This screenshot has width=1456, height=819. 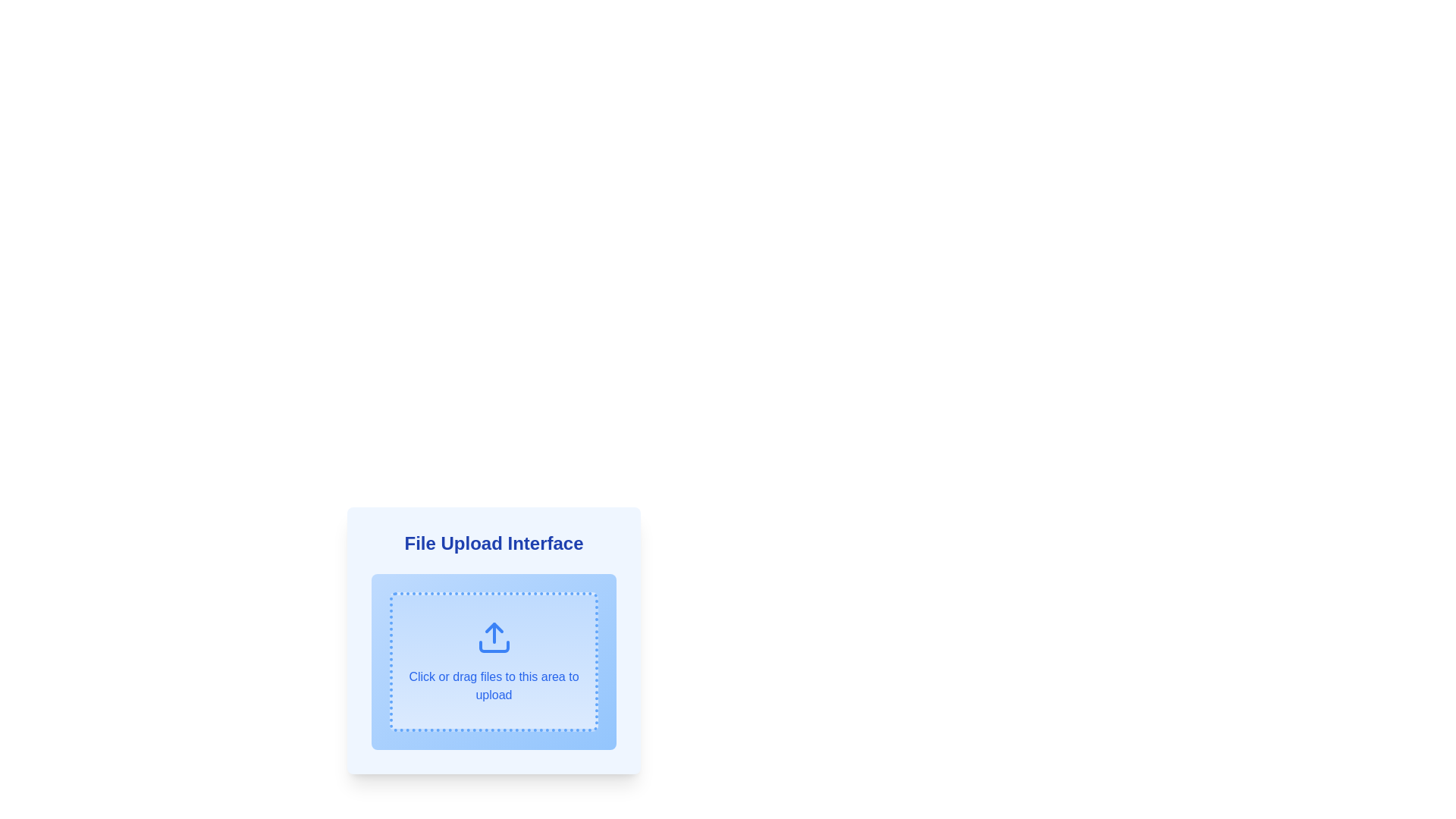 What do you see at coordinates (494, 661) in the screenshot?
I see `a file into the Interactive file upload area located centrally below the 'File Upload Interface' header` at bounding box center [494, 661].